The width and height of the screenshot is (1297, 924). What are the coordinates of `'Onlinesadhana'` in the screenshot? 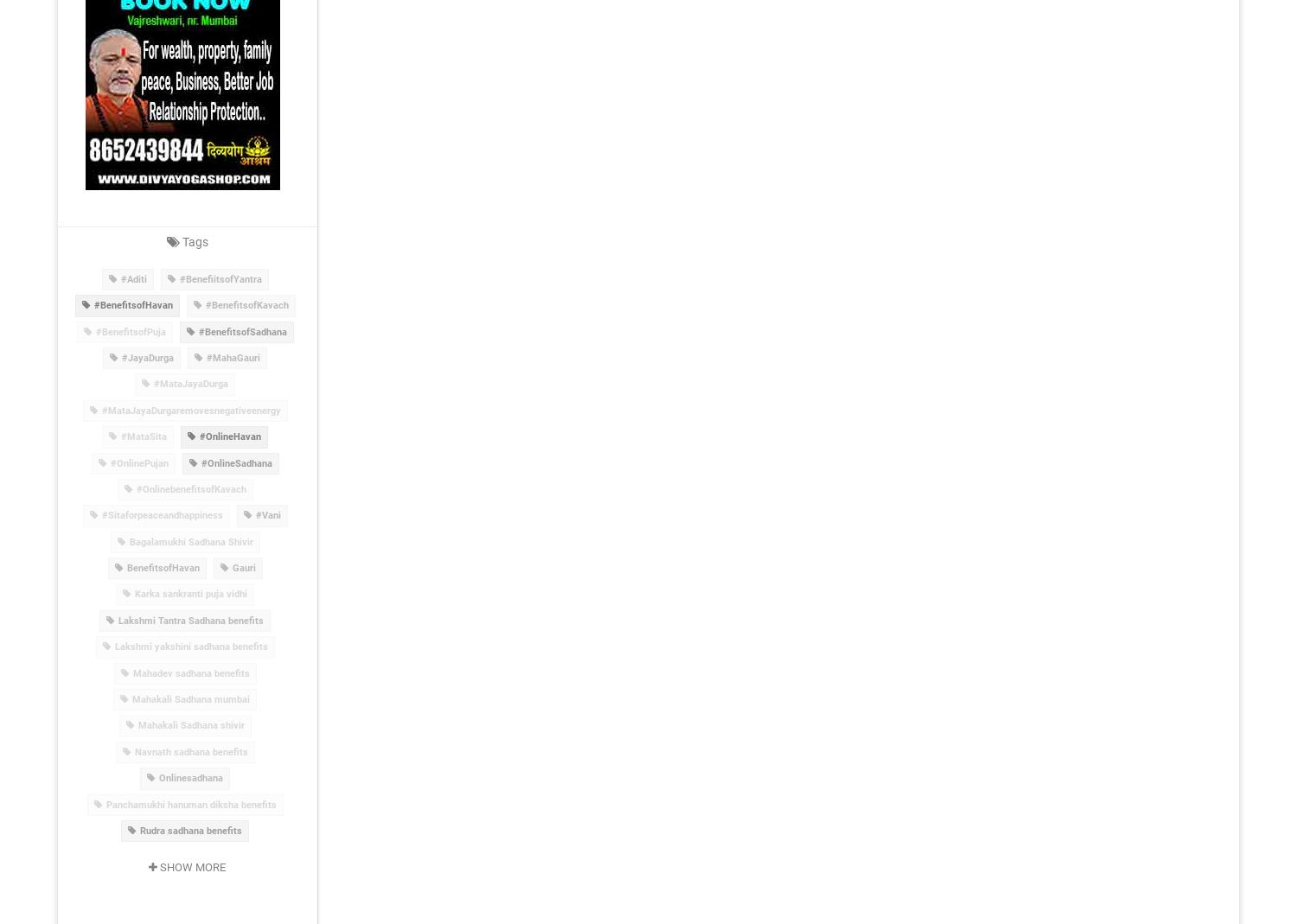 It's located at (189, 777).